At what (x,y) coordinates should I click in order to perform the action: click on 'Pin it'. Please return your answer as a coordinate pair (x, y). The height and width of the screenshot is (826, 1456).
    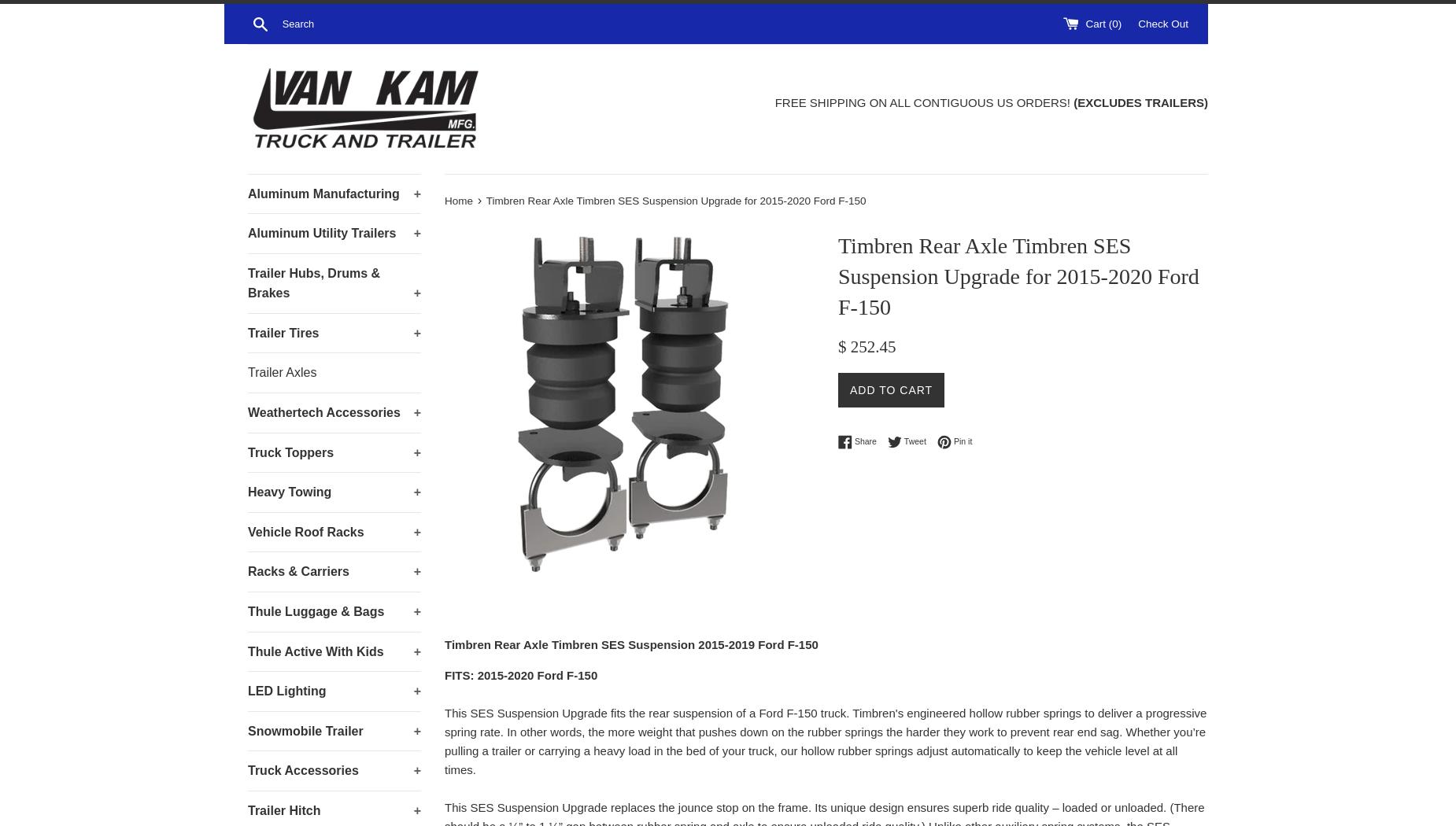
    Looking at the image, I should click on (962, 441).